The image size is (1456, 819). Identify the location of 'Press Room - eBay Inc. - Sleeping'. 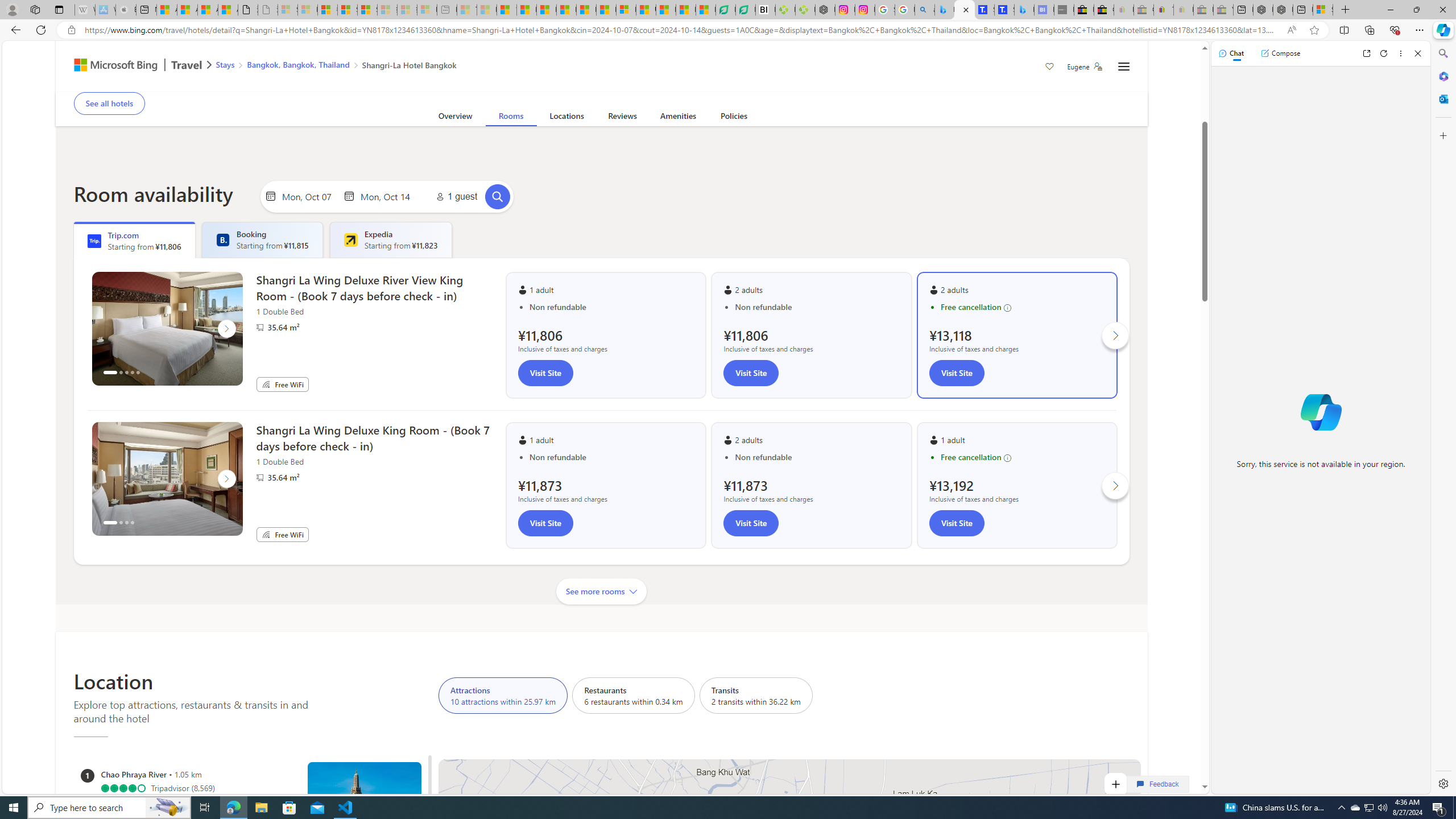
(1203, 9).